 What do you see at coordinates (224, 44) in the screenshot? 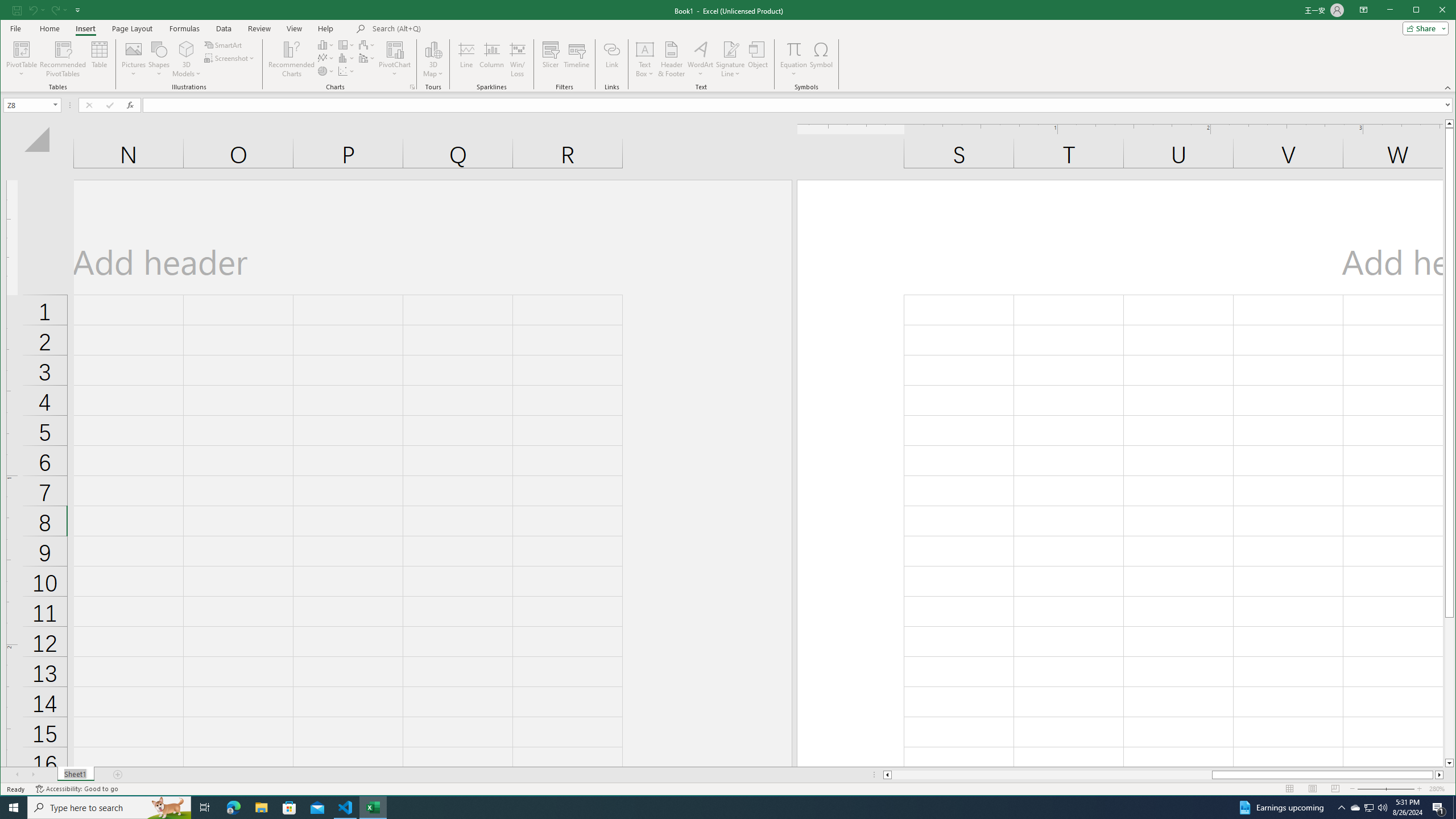
I see `'SmartArt...'` at bounding box center [224, 44].